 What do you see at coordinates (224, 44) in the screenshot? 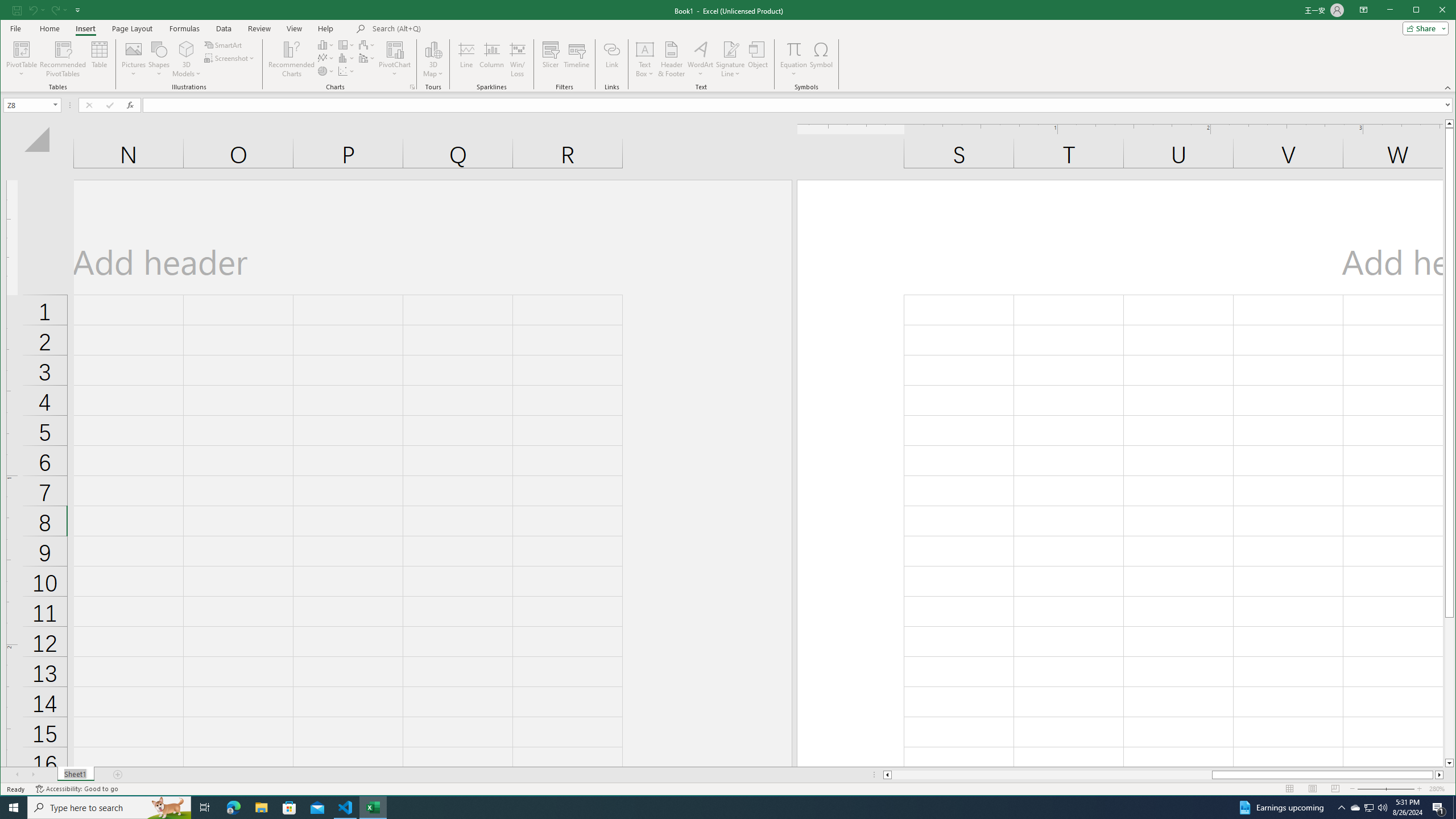
I see `'SmartArt...'` at bounding box center [224, 44].